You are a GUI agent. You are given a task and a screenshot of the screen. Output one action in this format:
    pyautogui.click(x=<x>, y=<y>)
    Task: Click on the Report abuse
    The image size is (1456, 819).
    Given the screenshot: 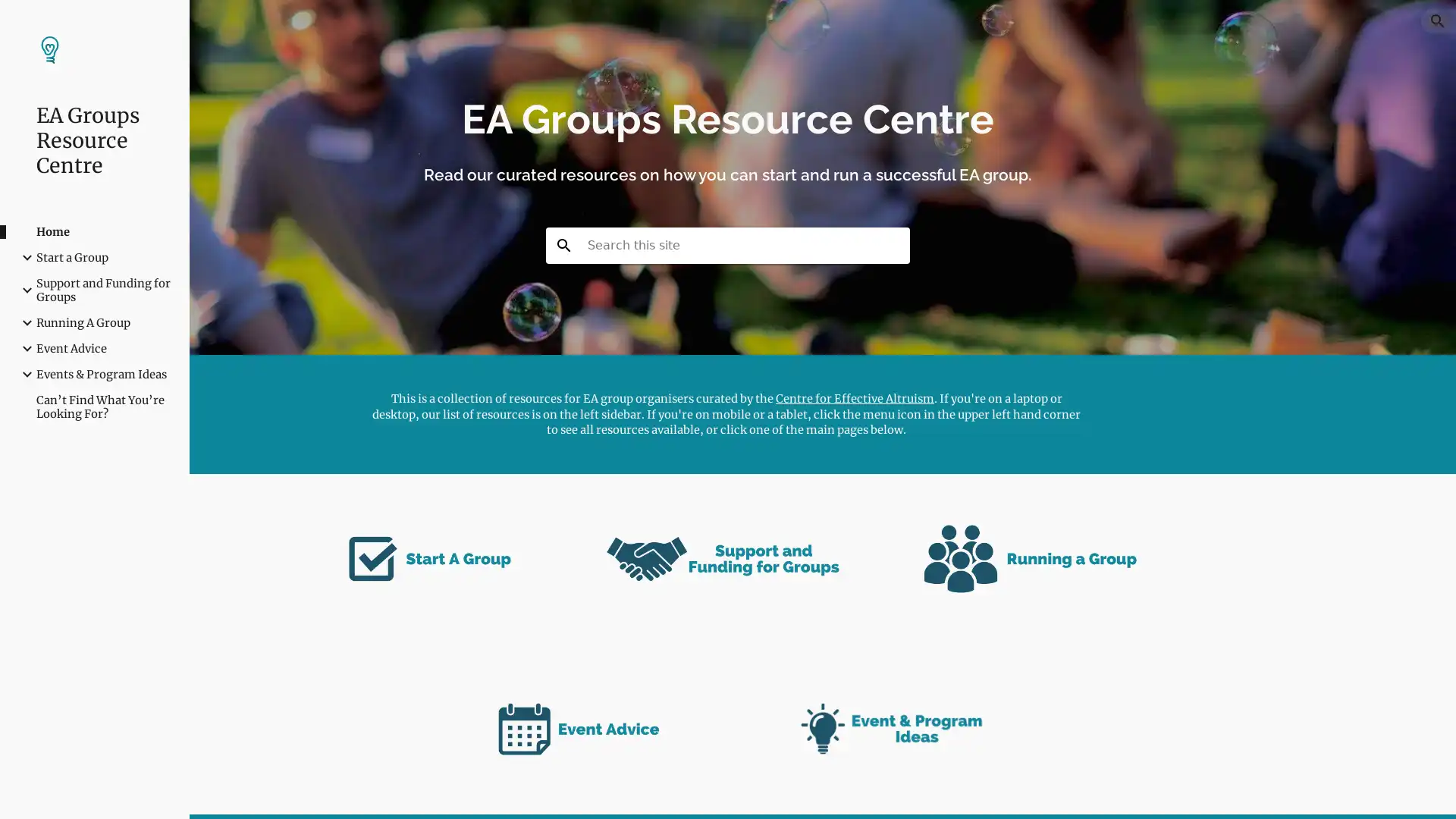 What is the action you would take?
    pyautogui.click(x=308, y=792)
    